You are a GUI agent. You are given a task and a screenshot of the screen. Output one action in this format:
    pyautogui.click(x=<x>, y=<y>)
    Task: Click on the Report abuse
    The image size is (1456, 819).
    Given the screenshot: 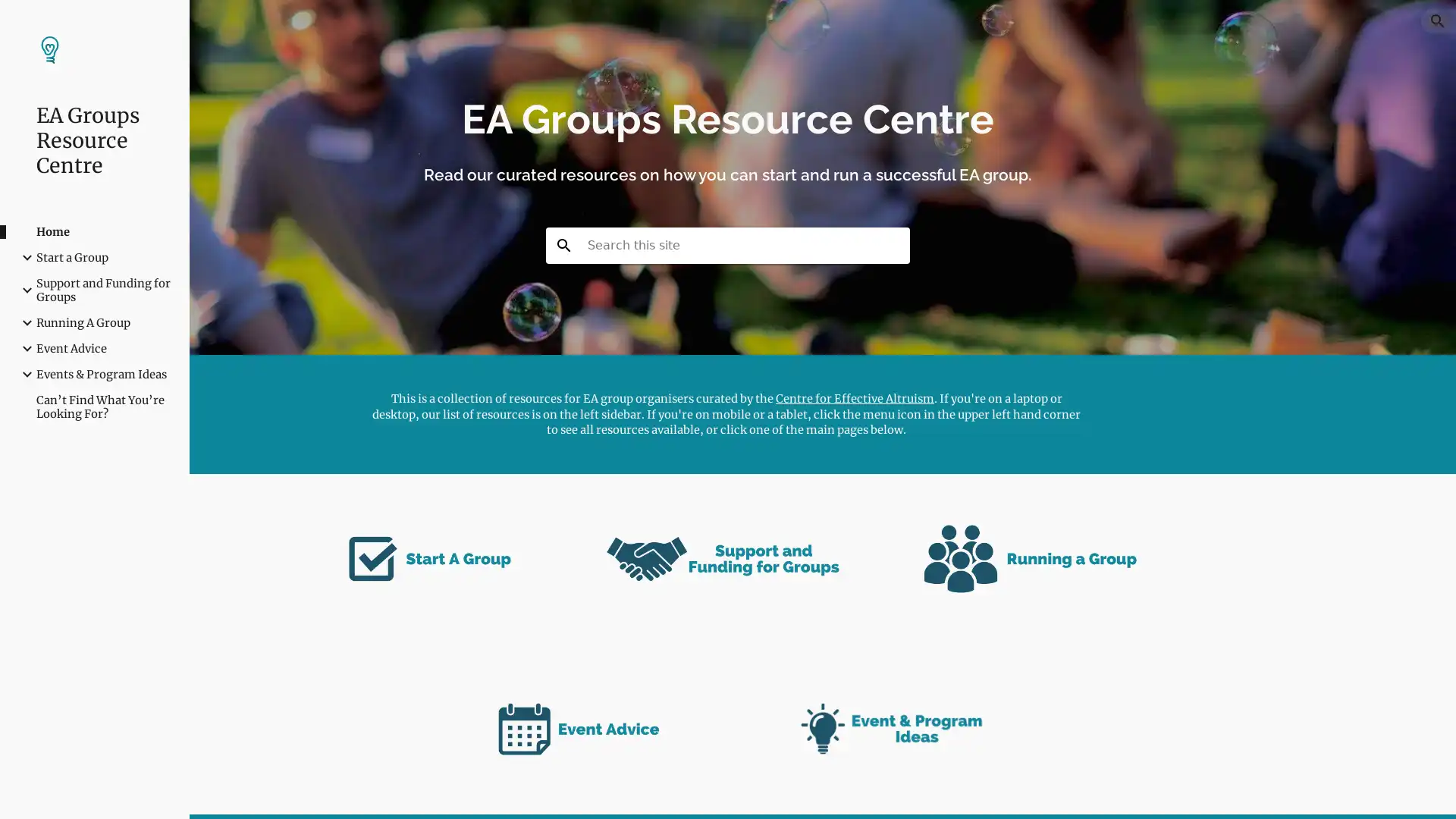 What is the action you would take?
    pyautogui.click(x=308, y=792)
    